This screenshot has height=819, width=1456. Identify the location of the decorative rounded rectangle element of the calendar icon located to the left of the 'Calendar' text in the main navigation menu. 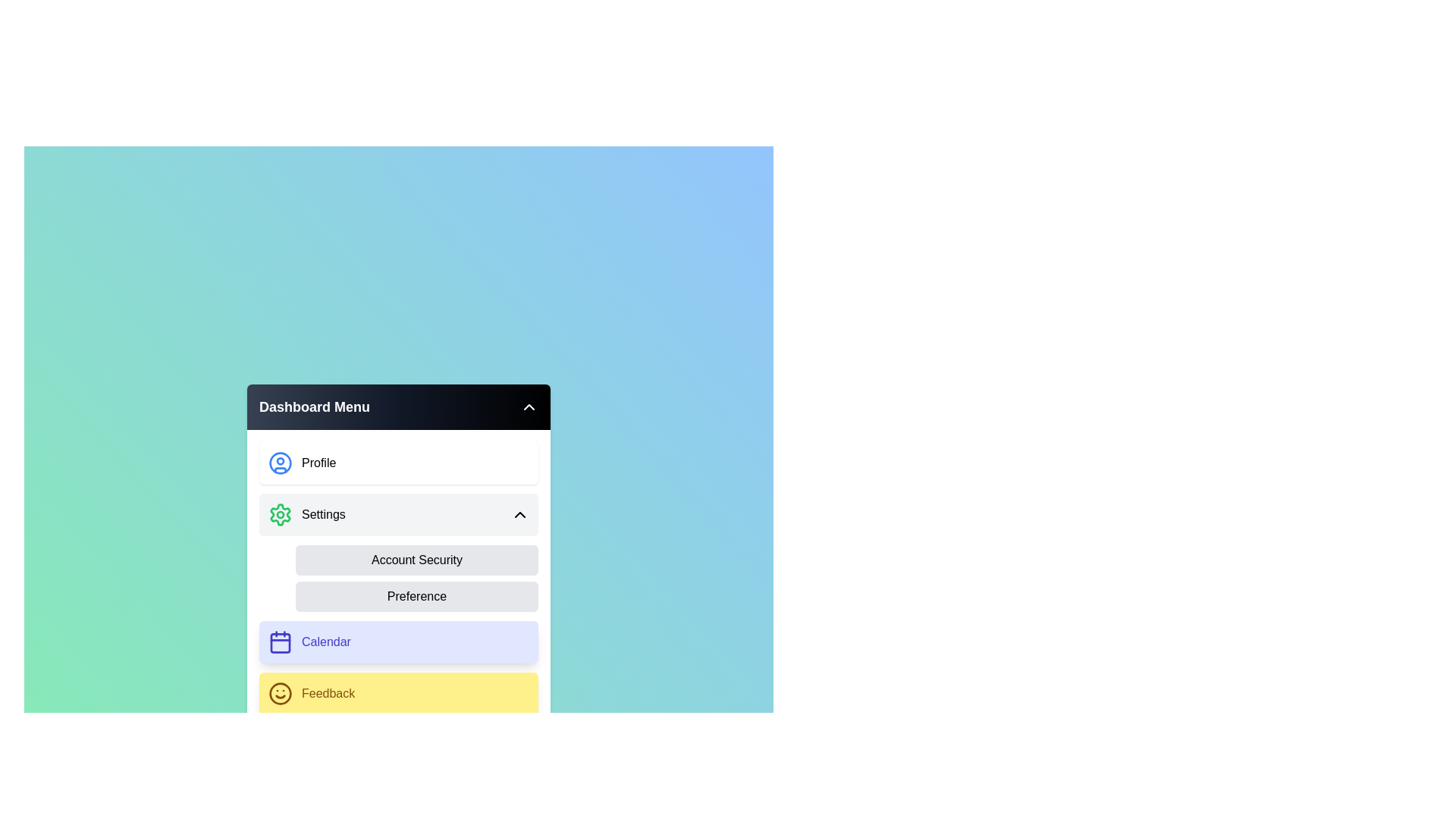
(280, 643).